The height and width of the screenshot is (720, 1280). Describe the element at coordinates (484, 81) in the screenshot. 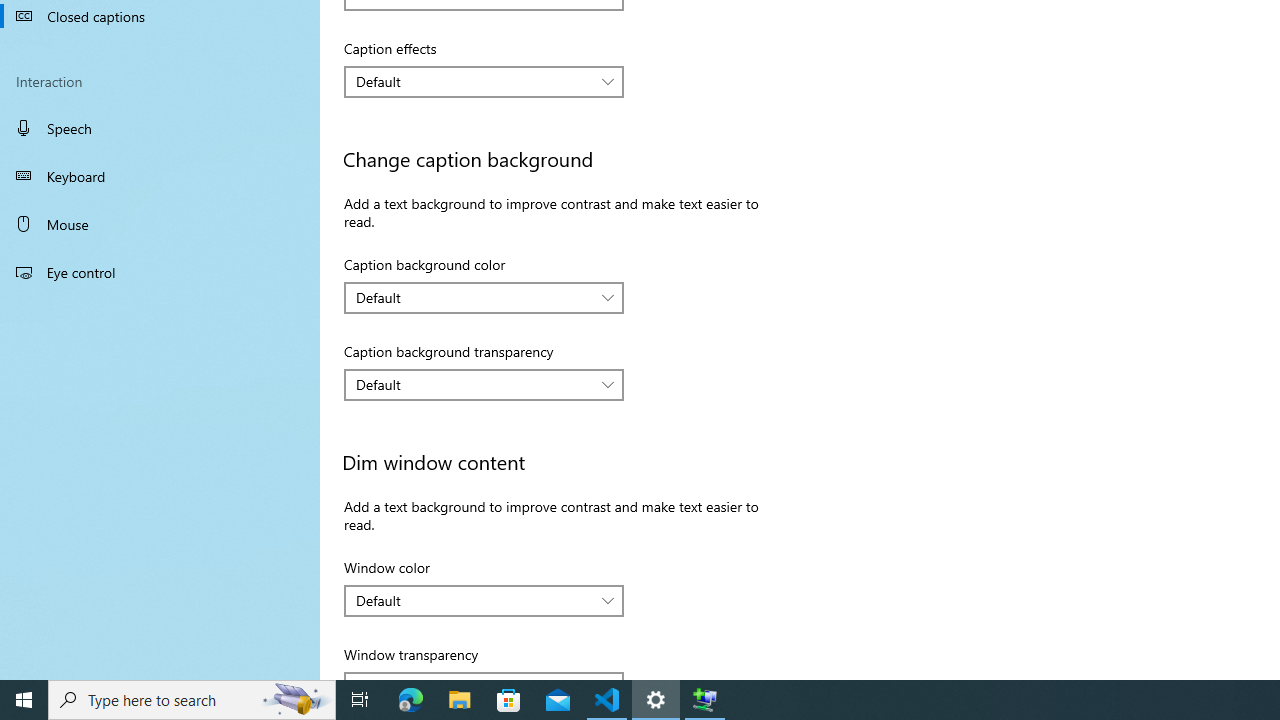

I see `'Caption effects'` at that location.